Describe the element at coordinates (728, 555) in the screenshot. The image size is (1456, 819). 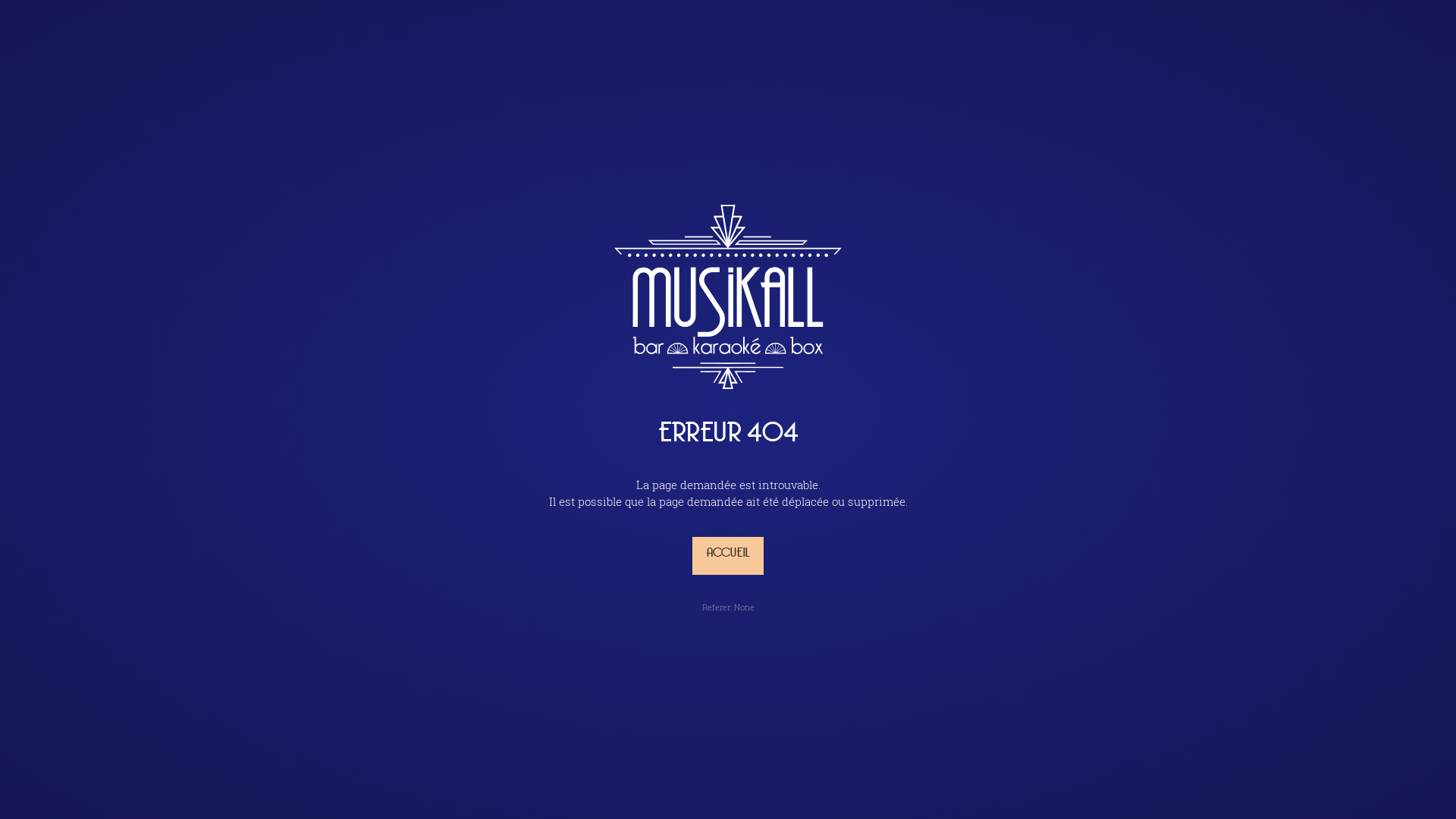
I see `'ACCUEIL'` at that location.